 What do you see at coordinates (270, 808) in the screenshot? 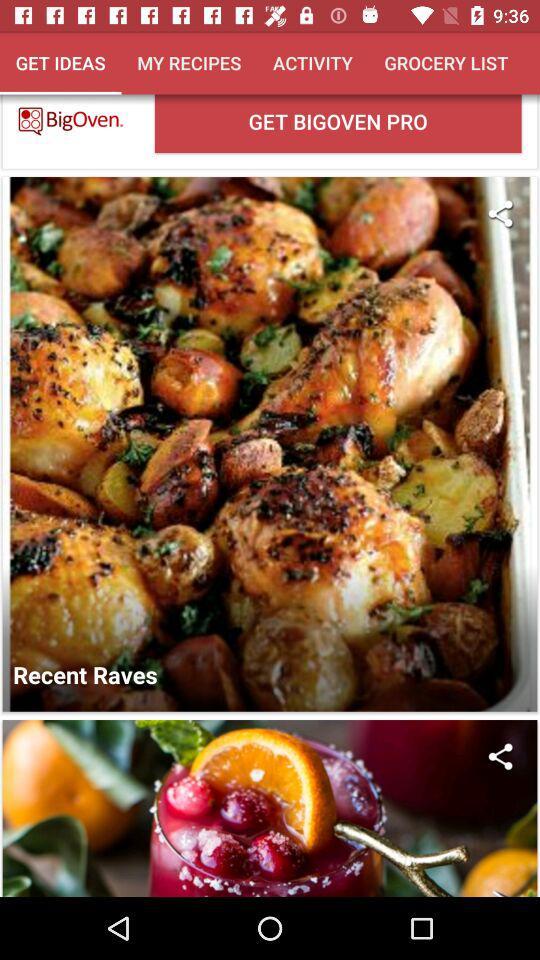
I see `image click option` at bounding box center [270, 808].